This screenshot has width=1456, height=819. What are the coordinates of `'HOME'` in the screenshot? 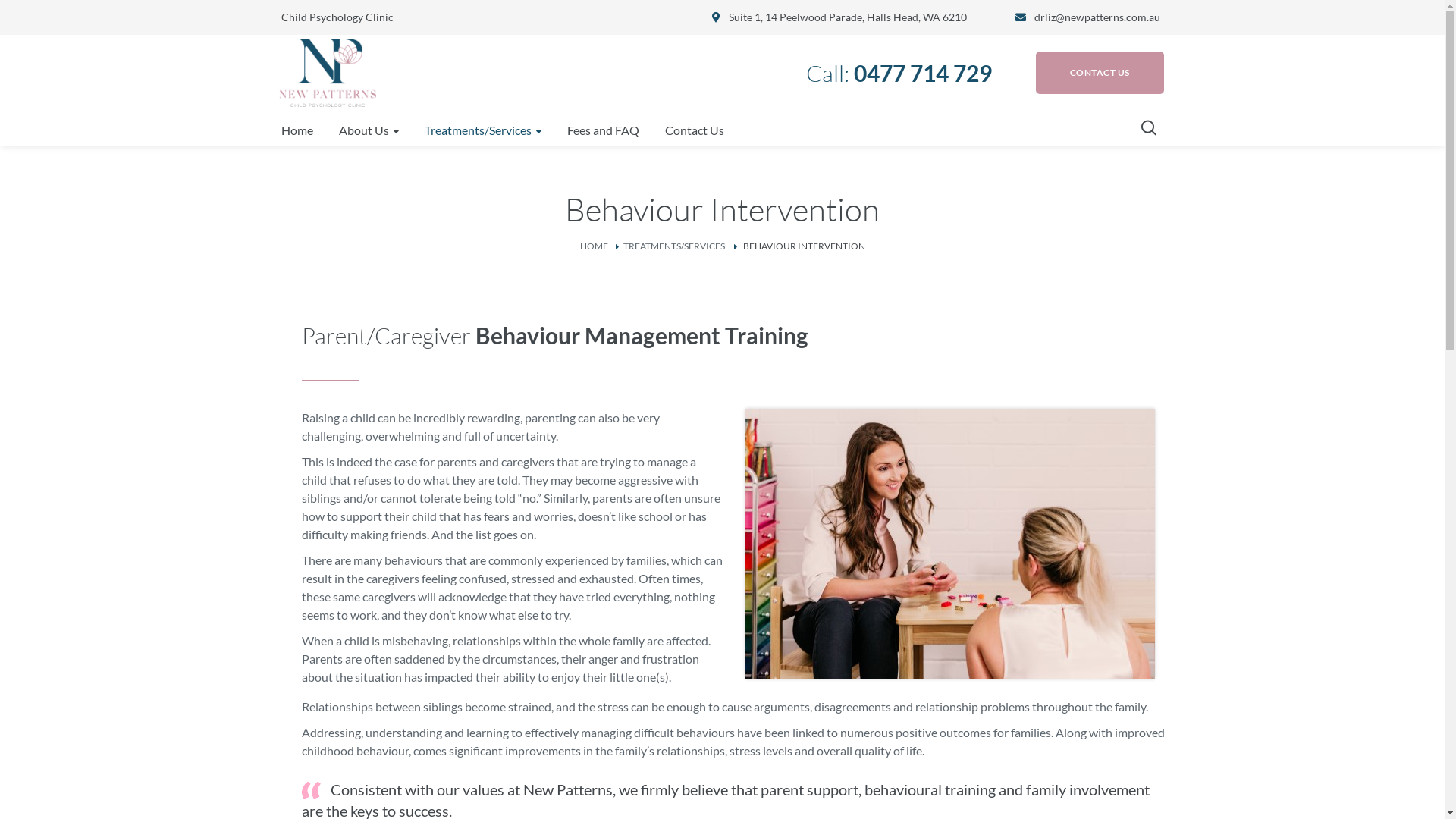 It's located at (592, 245).